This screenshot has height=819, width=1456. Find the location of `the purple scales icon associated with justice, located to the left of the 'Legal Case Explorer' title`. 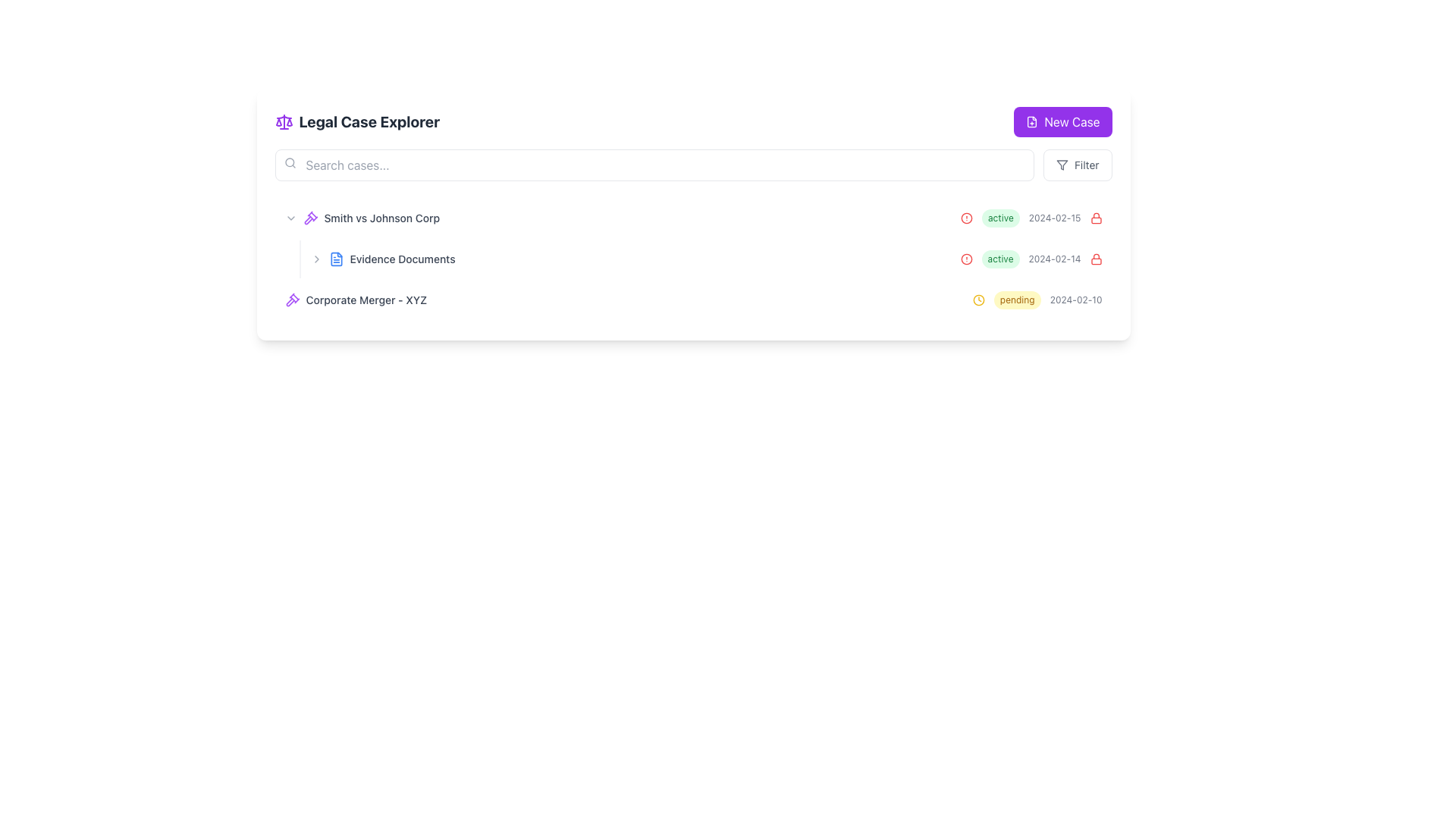

the purple scales icon associated with justice, located to the left of the 'Legal Case Explorer' title is located at coordinates (284, 121).